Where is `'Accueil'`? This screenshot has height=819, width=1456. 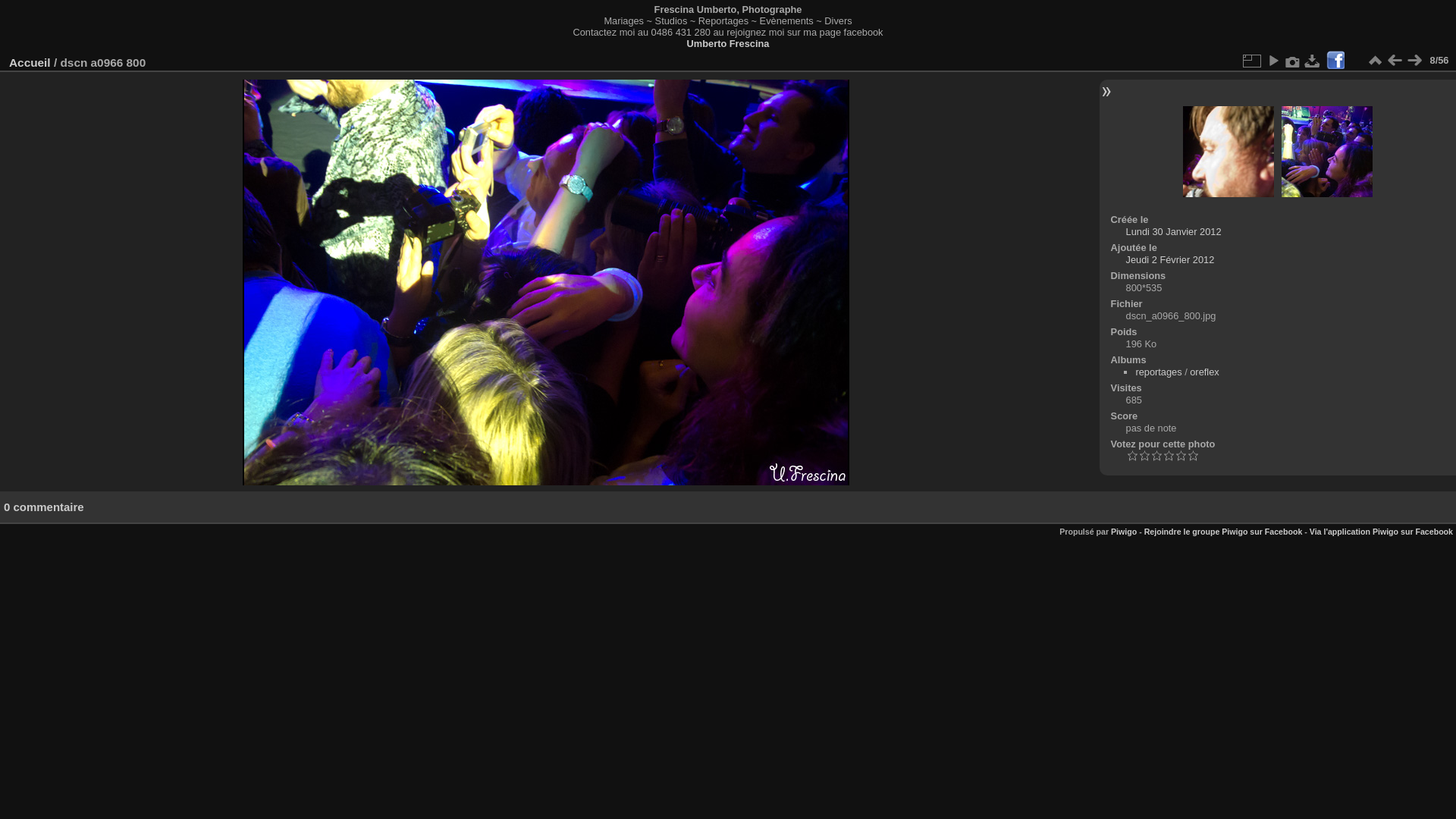 'Accueil' is located at coordinates (30, 61).